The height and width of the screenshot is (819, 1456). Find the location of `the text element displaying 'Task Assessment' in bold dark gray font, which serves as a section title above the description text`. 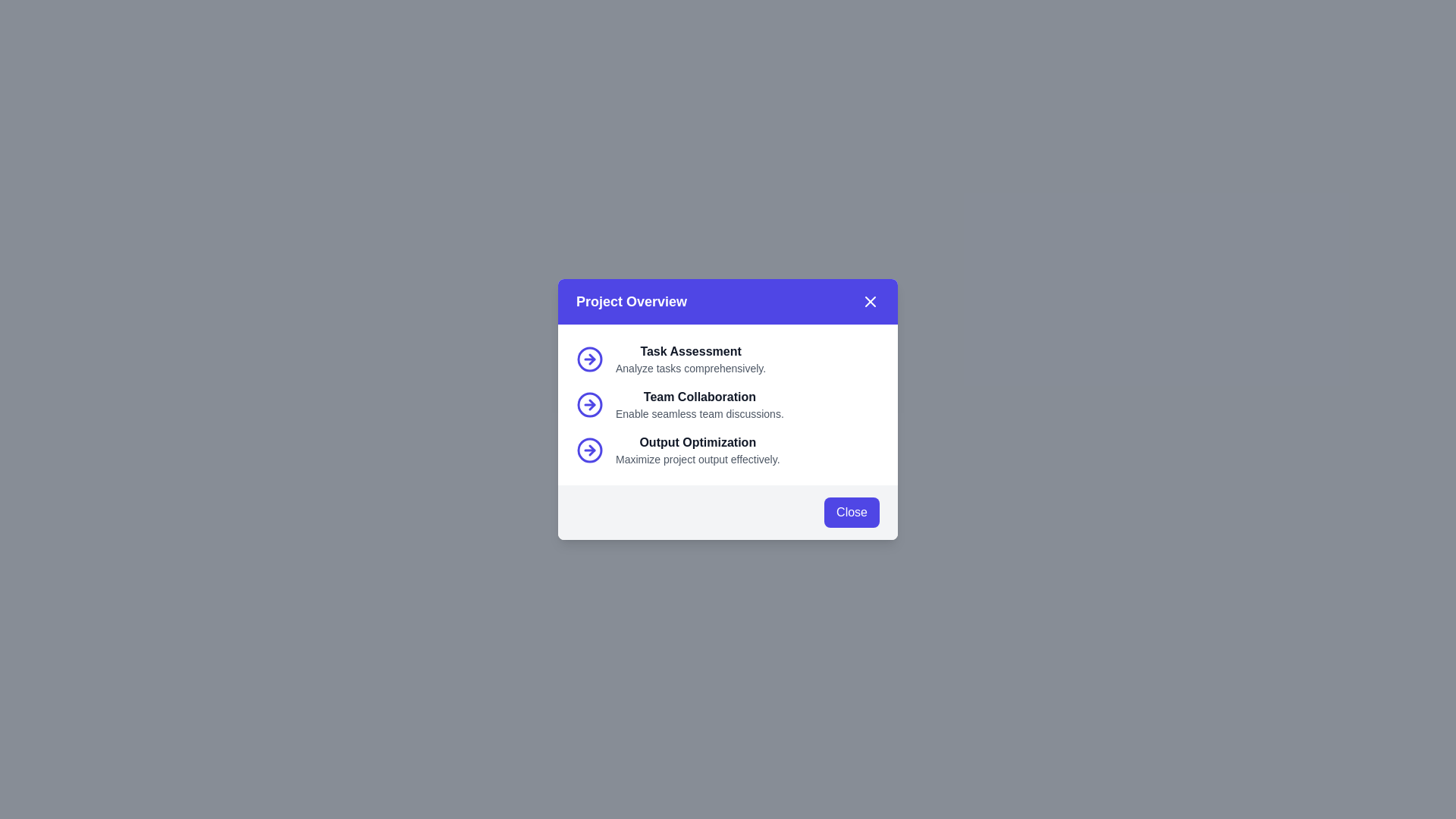

the text element displaying 'Task Assessment' in bold dark gray font, which serves as a section title above the description text is located at coordinates (690, 351).